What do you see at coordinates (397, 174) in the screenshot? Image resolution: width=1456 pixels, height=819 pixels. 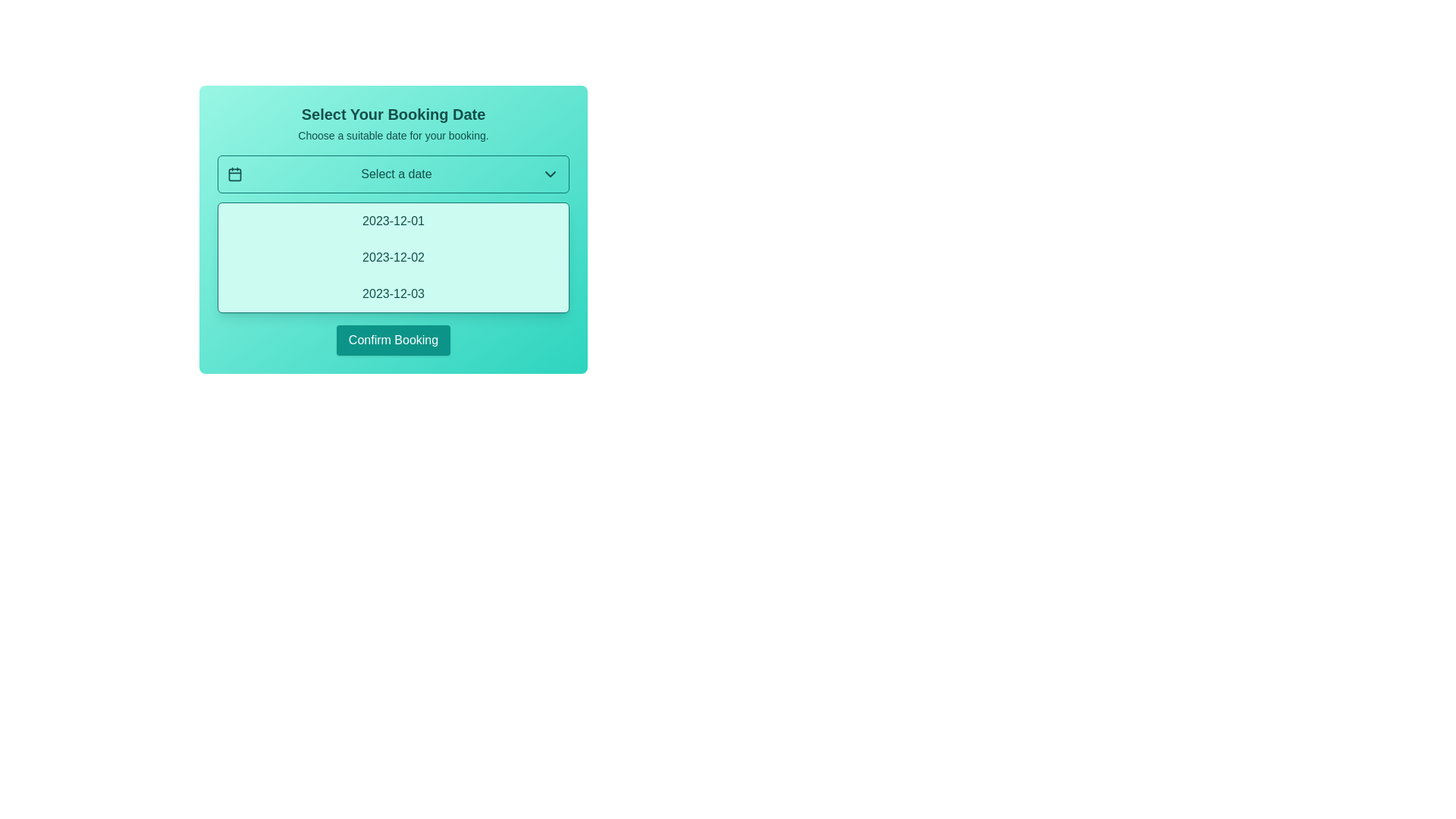 I see `displayed text from the label that says 'Select a date', which is a distinct black-colored text over a teal background, located in the dropdown field area` at bounding box center [397, 174].